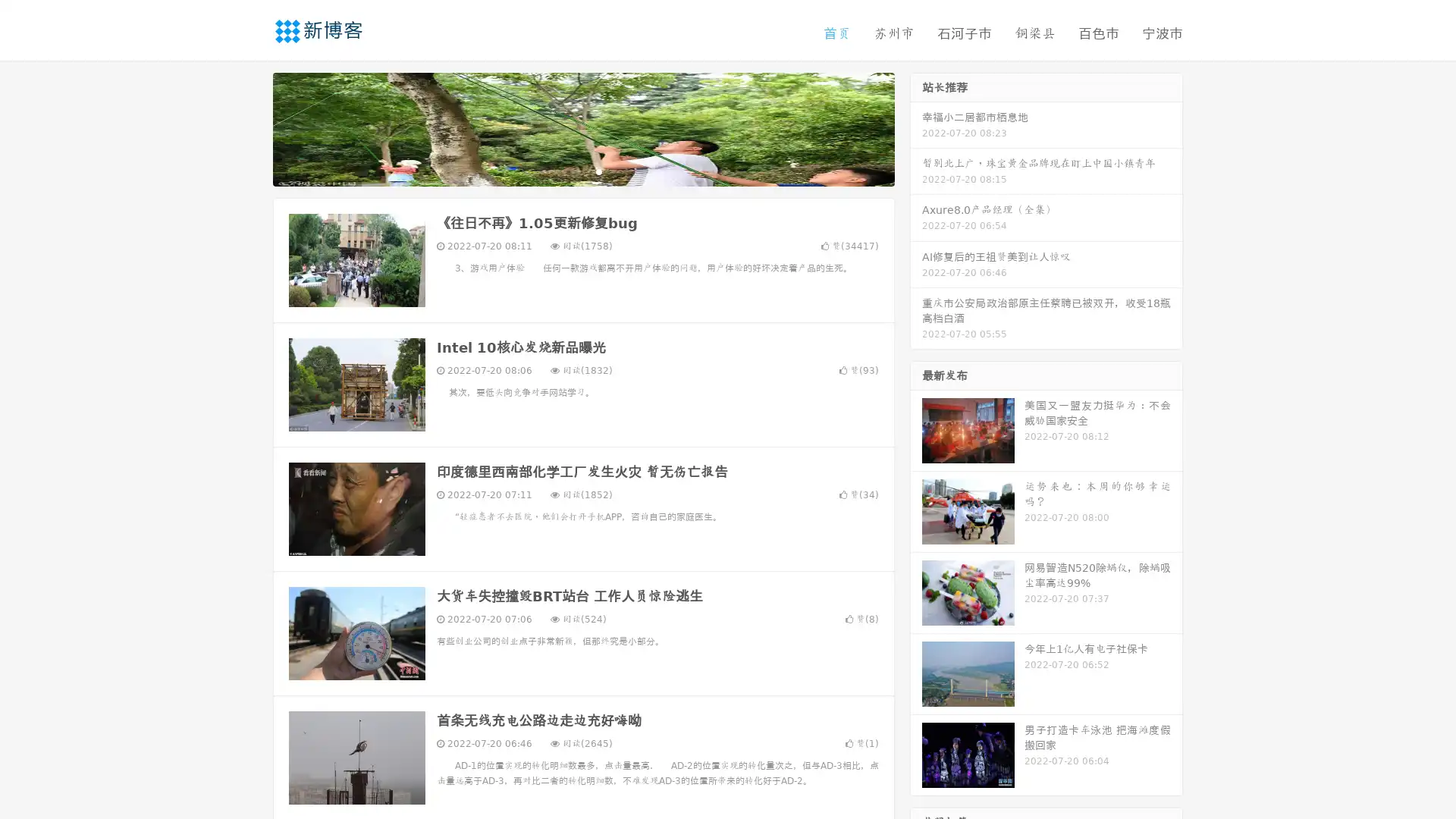 The width and height of the screenshot is (1456, 819). What do you see at coordinates (598, 171) in the screenshot?
I see `Go to slide 3` at bounding box center [598, 171].